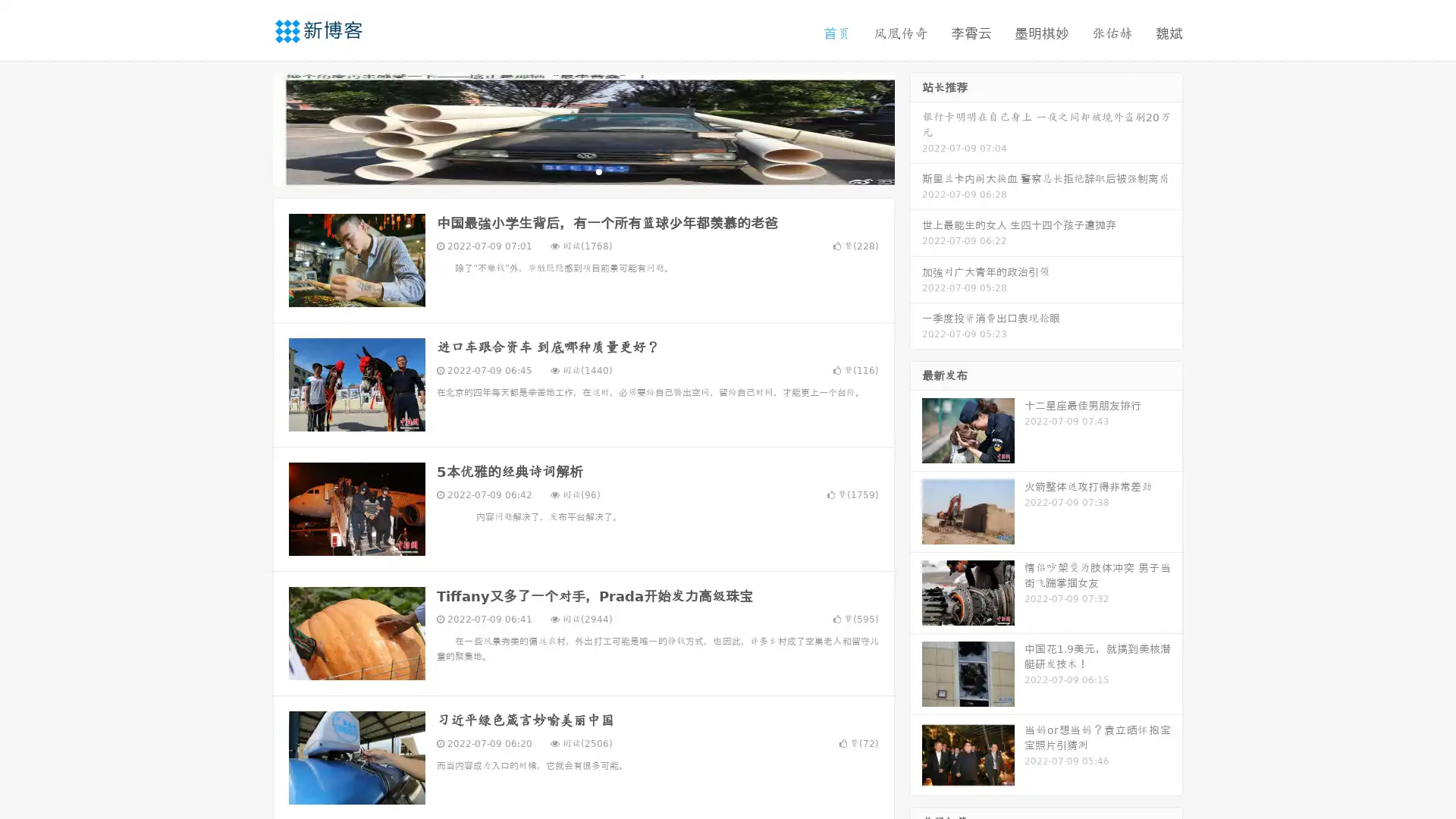 The width and height of the screenshot is (1456, 819). What do you see at coordinates (250, 127) in the screenshot?
I see `Previous slide` at bounding box center [250, 127].